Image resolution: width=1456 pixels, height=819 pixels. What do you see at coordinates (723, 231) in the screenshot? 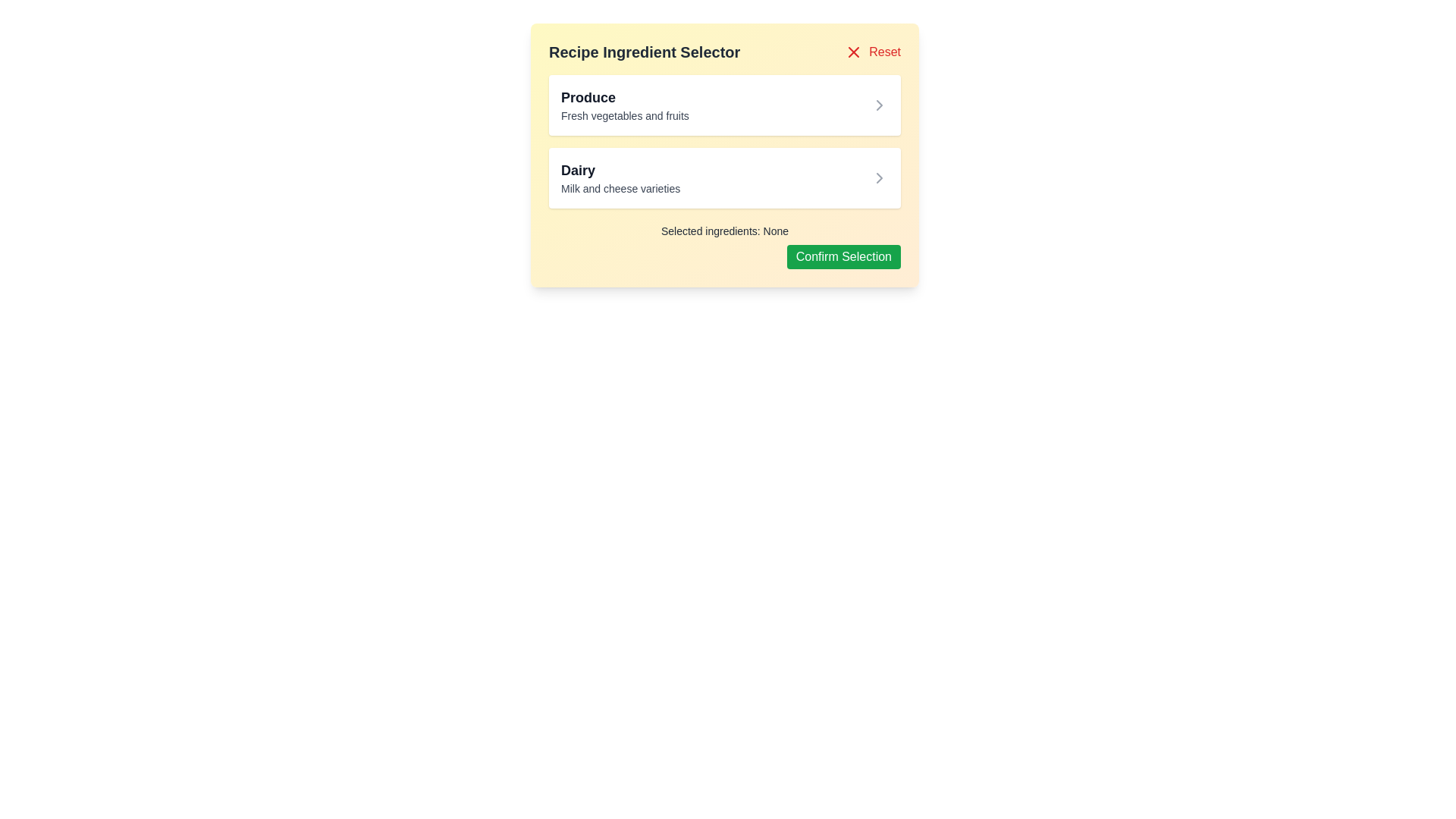
I see `the static text label that displays the current status of selected ingredients, indicating that no ingredients have been selected yet` at bounding box center [723, 231].